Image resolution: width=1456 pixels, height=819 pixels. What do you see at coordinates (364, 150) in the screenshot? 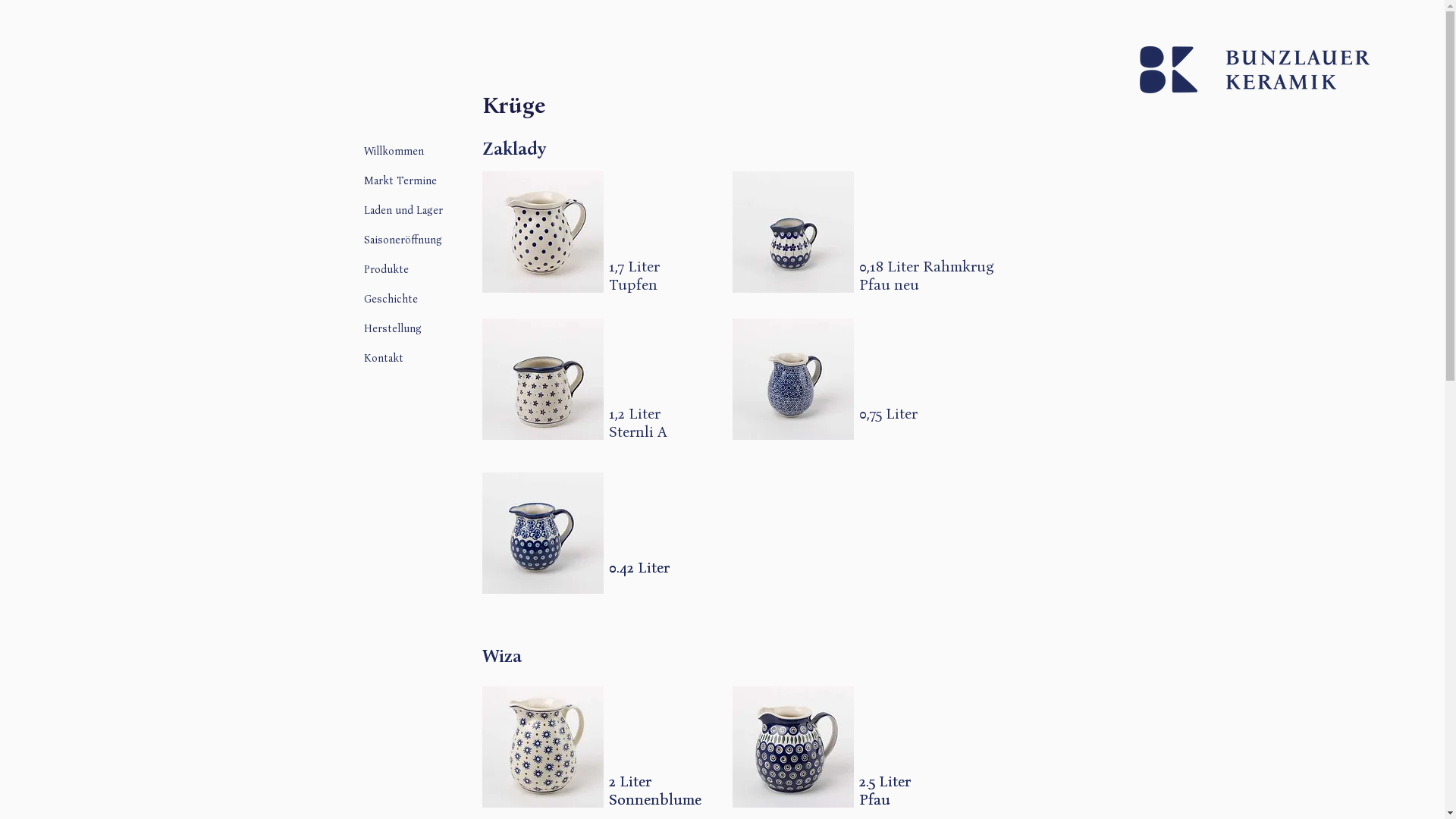
I see `'Willkommen'` at bounding box center [364, 150].